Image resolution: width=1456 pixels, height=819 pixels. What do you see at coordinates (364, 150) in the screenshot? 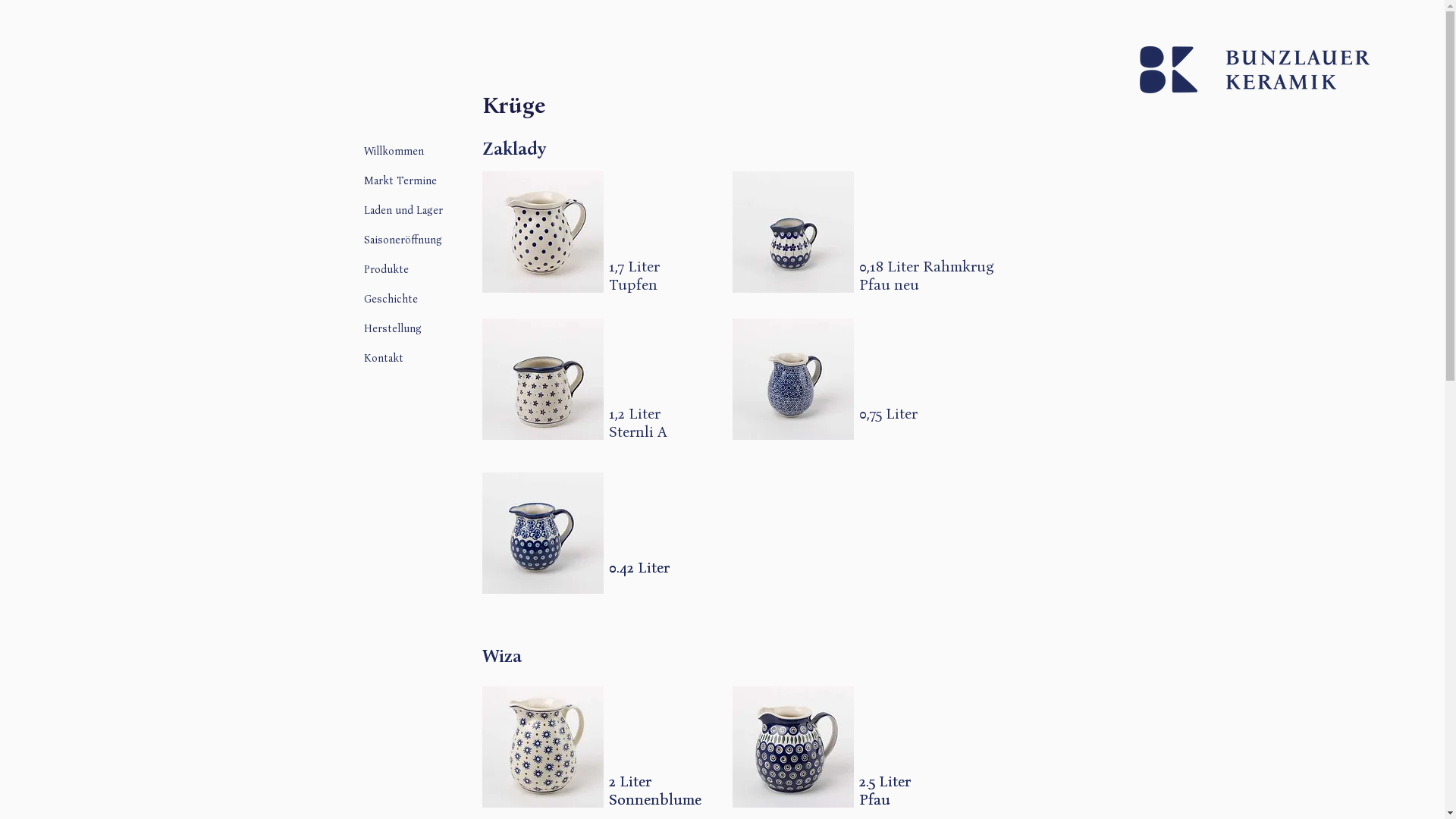
I see `'Willkommen'` at bounding box center [364, 150].